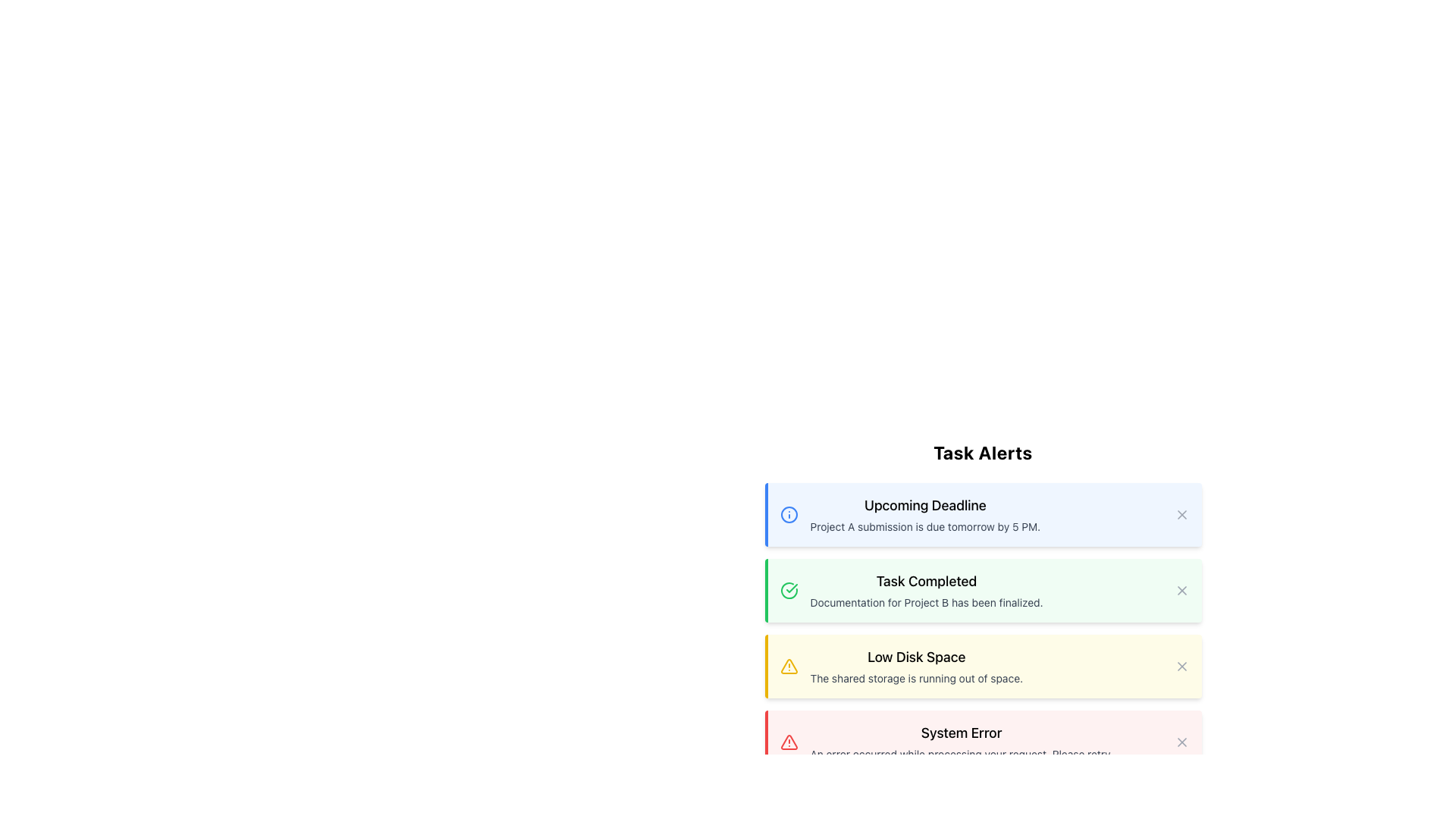 This screenshot has height=819, width=1456. I want to click on the Notification Panel with a light blue background, which has a bold header 'Upcoming Deadline' and is the first notification in the list of notifications, so click(983, 513).